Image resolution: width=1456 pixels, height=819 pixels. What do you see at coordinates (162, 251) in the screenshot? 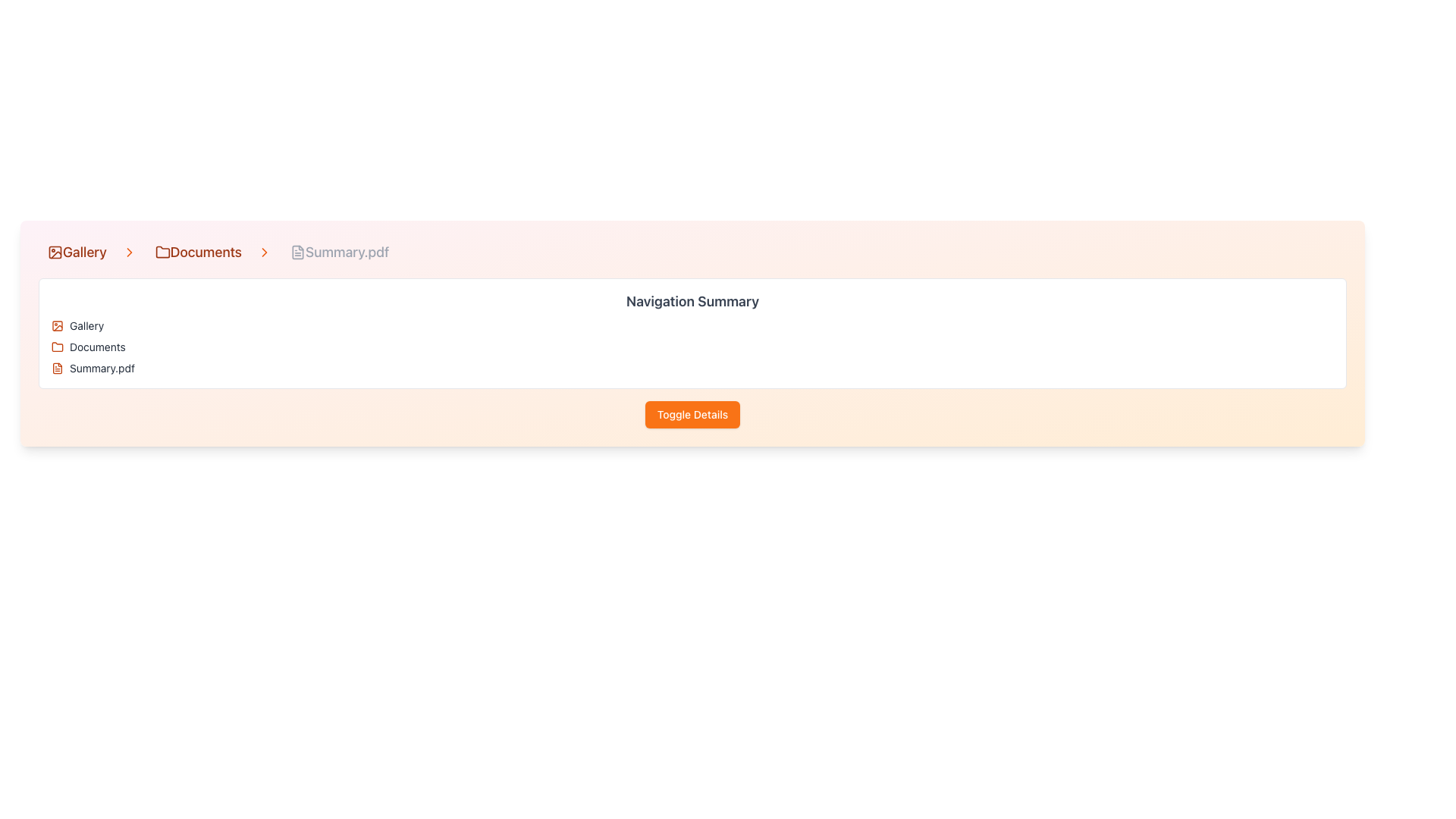
I see `the orange folder icon located to the left of the 'Documents' text in the breadcrumb navigation bar` at bounding box center [162, 251].